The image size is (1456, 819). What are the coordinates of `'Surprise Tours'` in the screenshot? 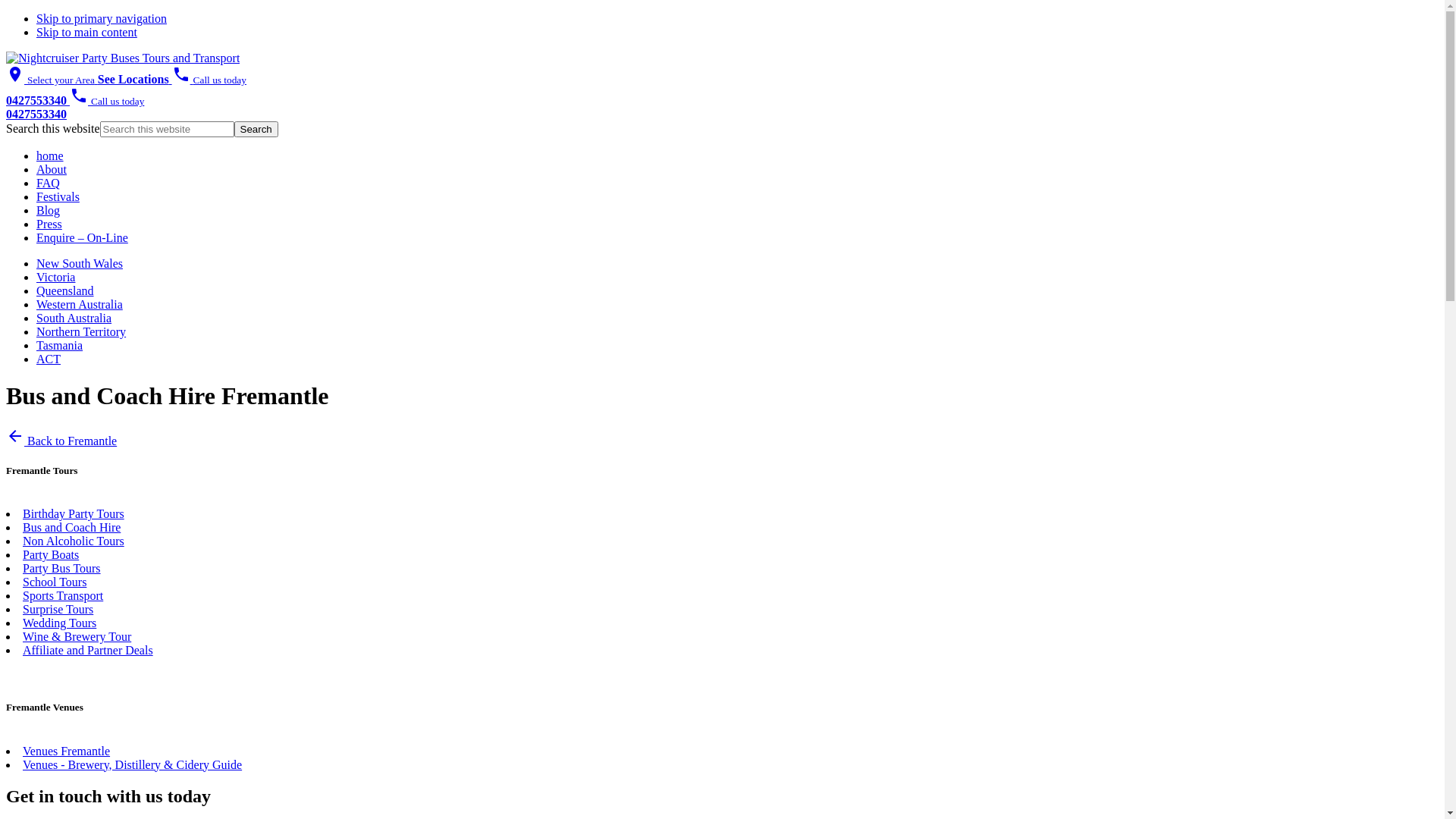 It's located at (22, 608).